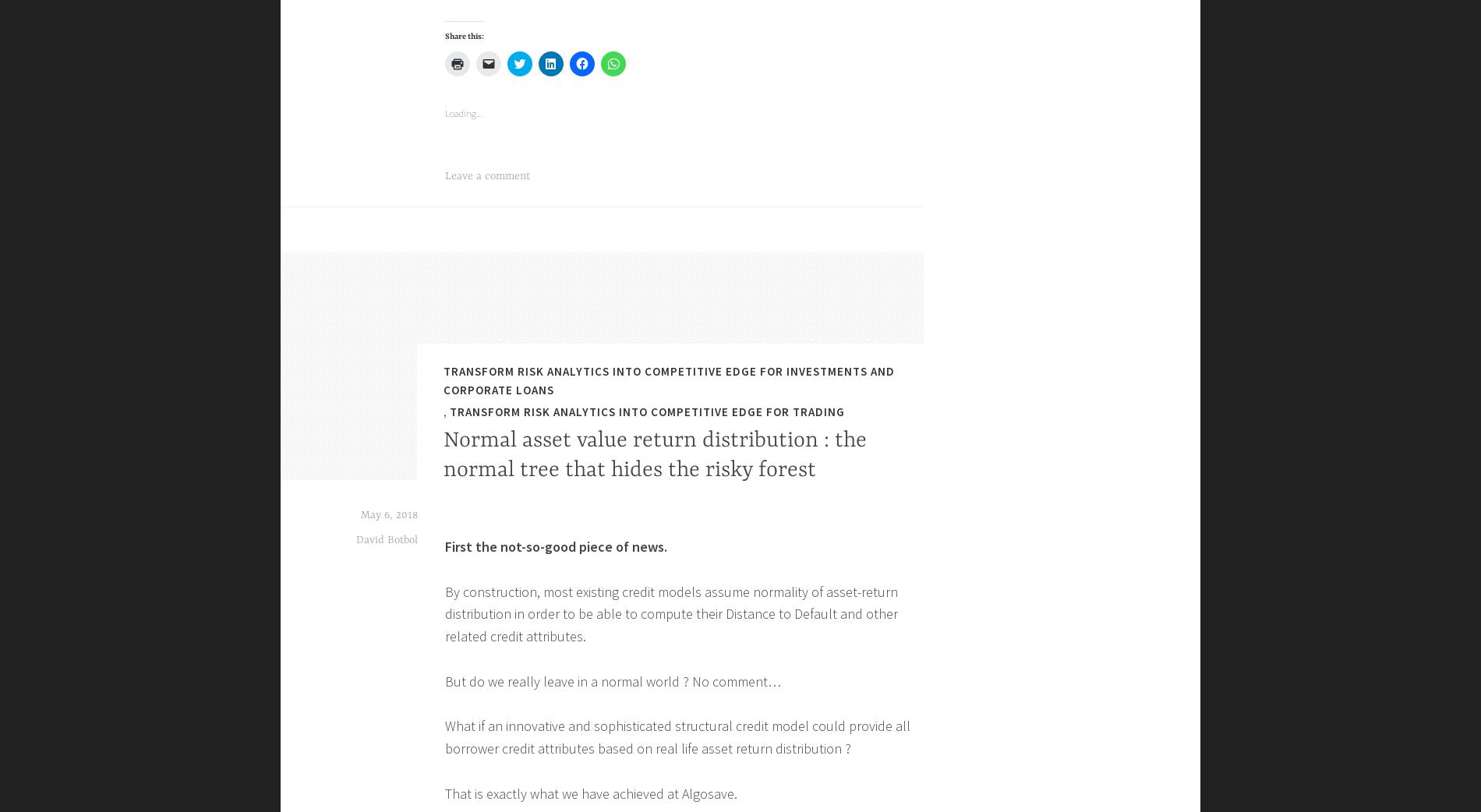  Describe the element at coordinates (680, 125) in the screenshot. I see `'Ask for your private access to ALGOSAVE ISSUER DATABASE and check how you can increase the POWER AND UNIQUENESS of your financial analysis.'` at that location.